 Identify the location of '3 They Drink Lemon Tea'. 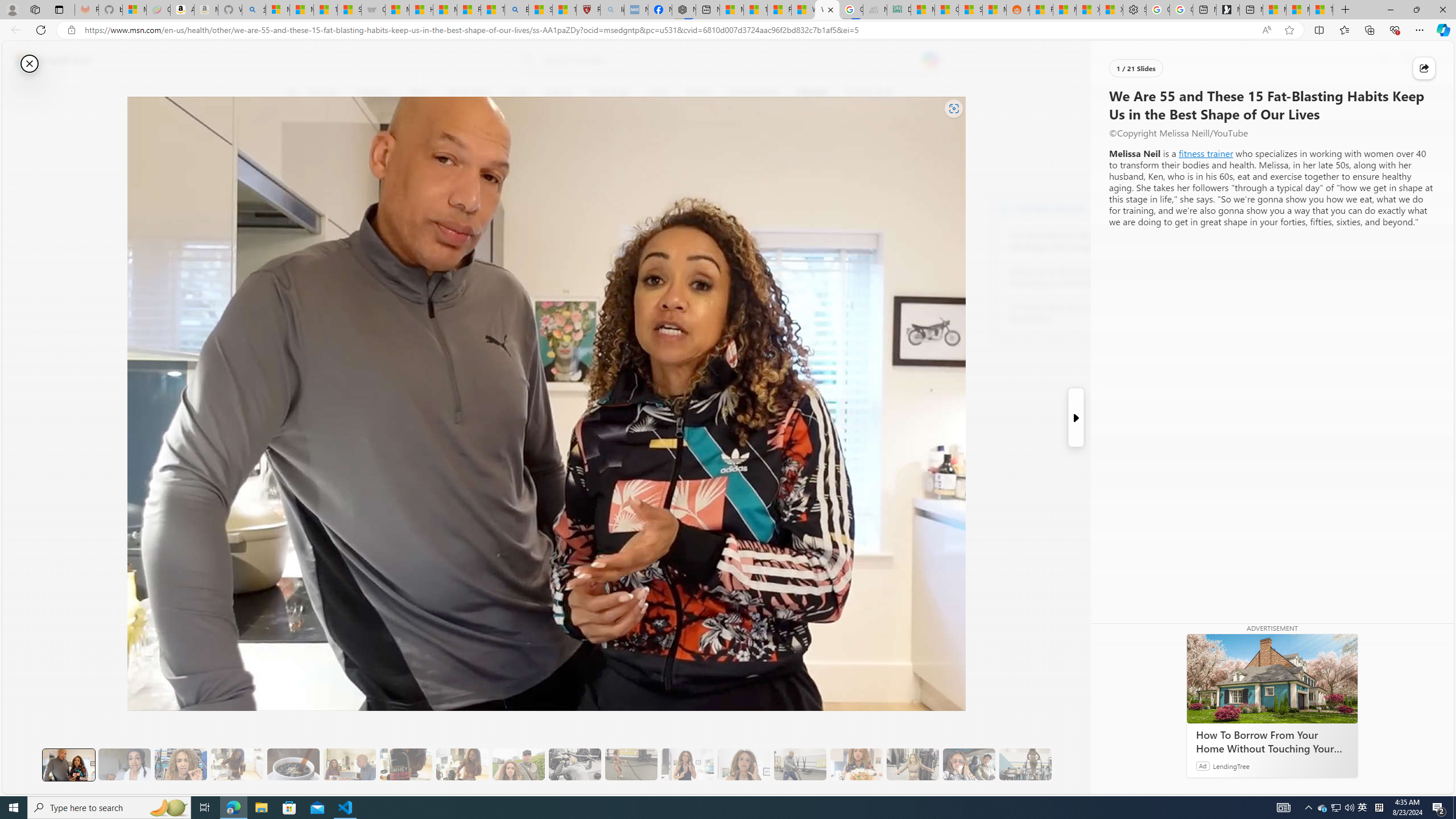
(237, 764).